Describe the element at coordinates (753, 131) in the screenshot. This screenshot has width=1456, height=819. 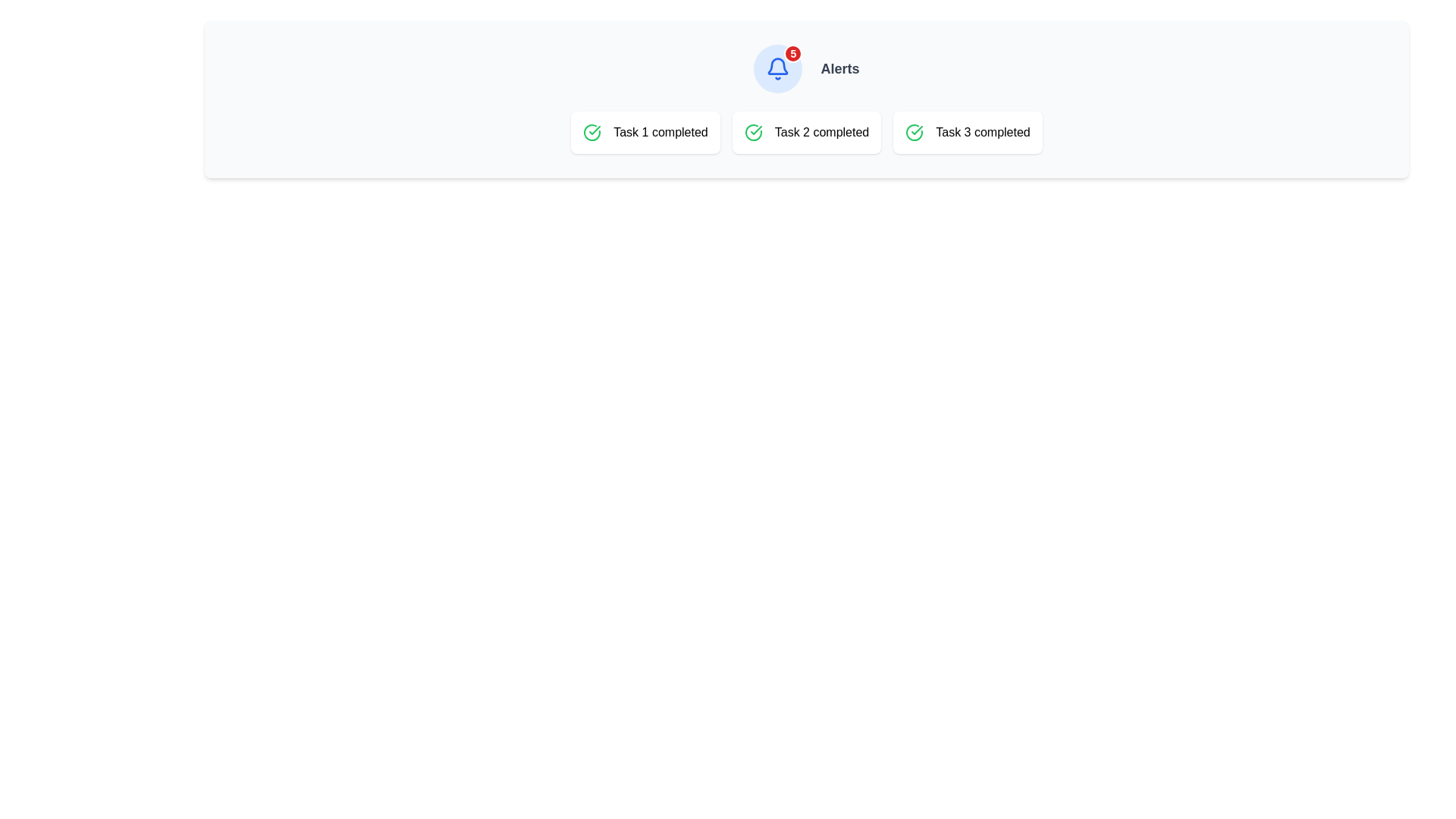
I see `the visual status indicator for 'Task 2', which is located in the middle card of the task completion indicators, to focus on this element using navigation keys` at that location.